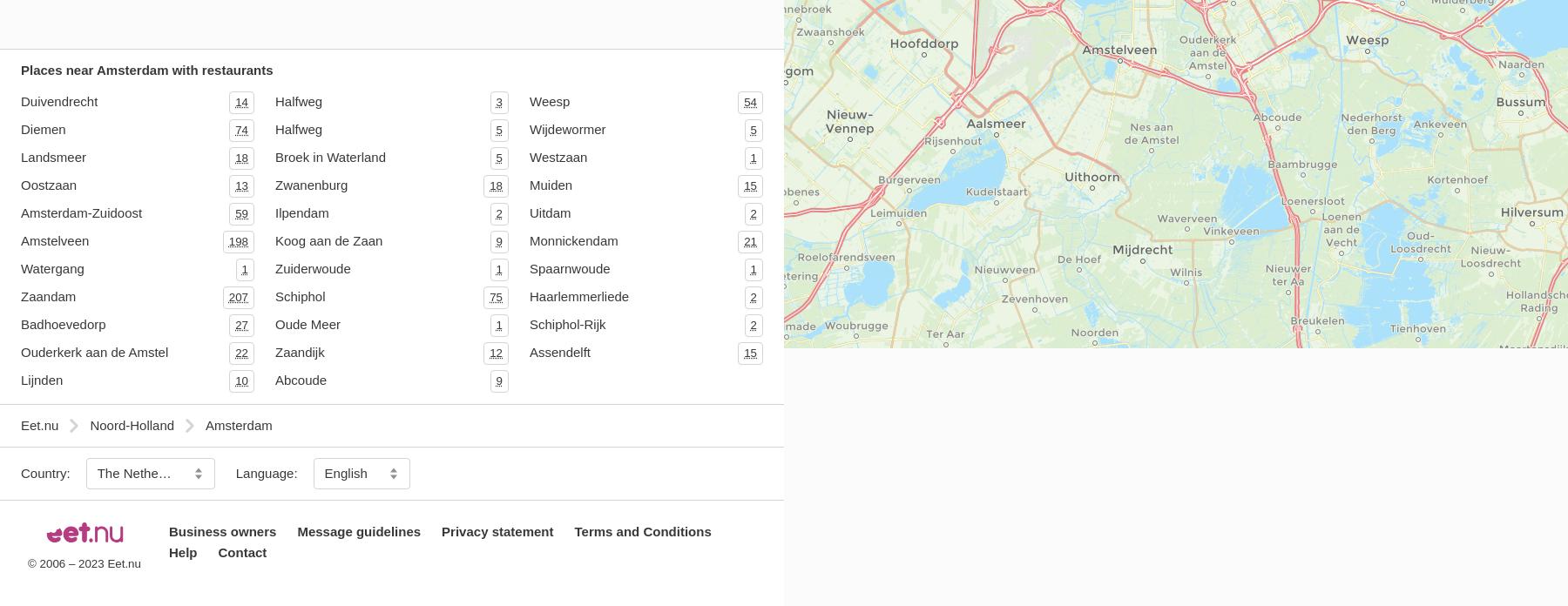 The image size is (1568, 606). What do you see at coordinates (19, 127) in the screenshot?
I see `'Diemen'` at bounding box center [19, 127].